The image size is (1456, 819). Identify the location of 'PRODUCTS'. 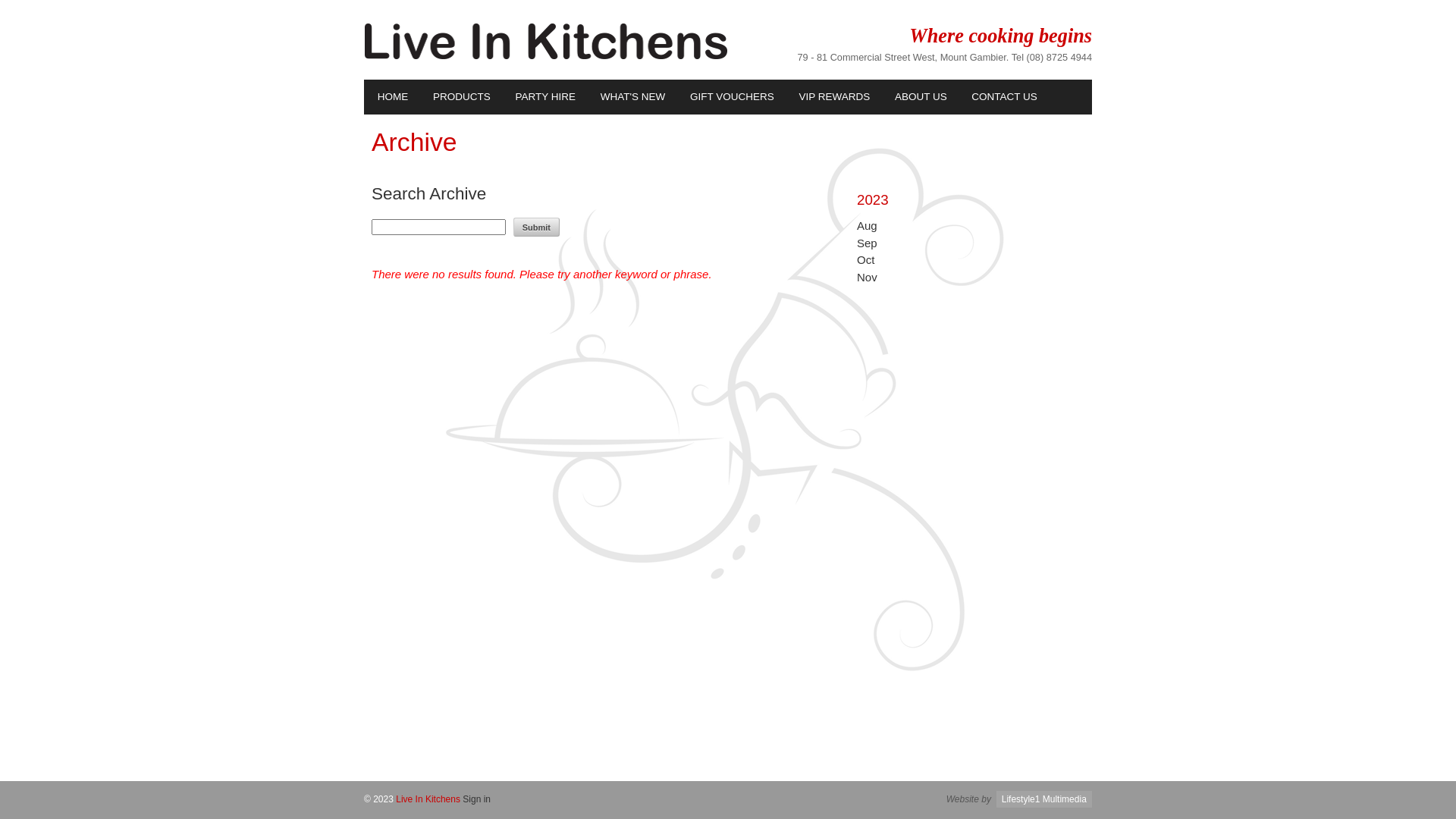
(419, 97).